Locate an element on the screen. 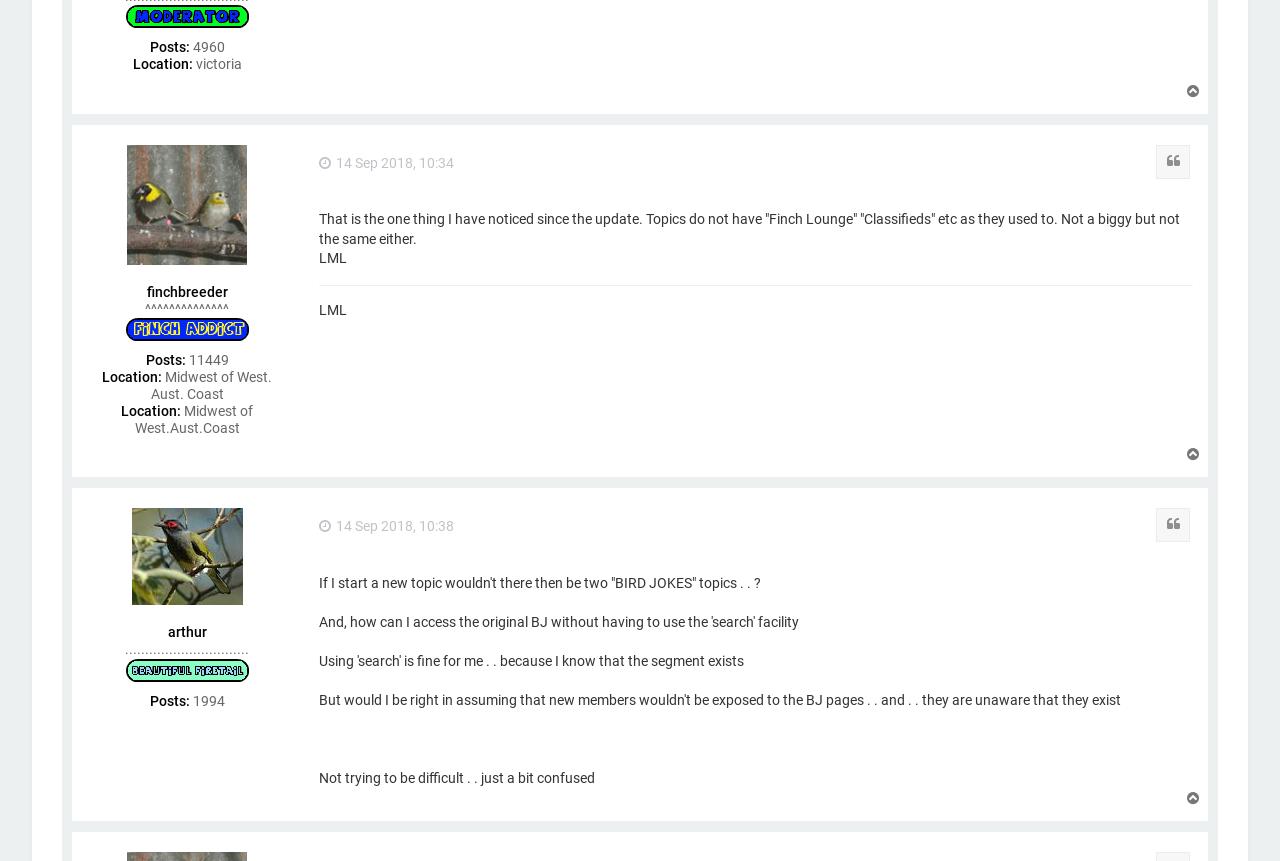  '4960' is located at coordinates (206, 47).